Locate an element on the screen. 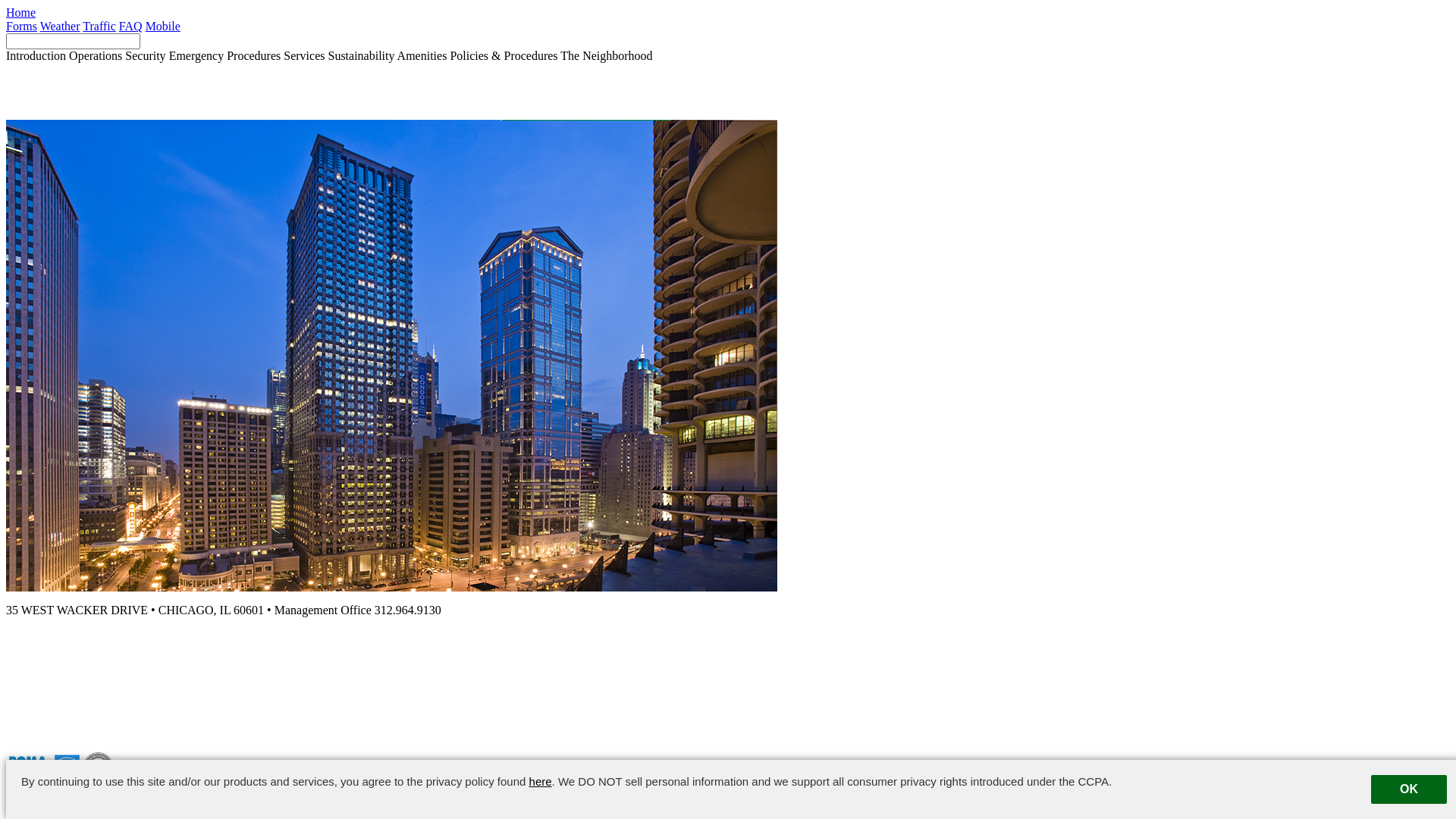  'Powered by ETS.' is located at coordinates (475, 795).